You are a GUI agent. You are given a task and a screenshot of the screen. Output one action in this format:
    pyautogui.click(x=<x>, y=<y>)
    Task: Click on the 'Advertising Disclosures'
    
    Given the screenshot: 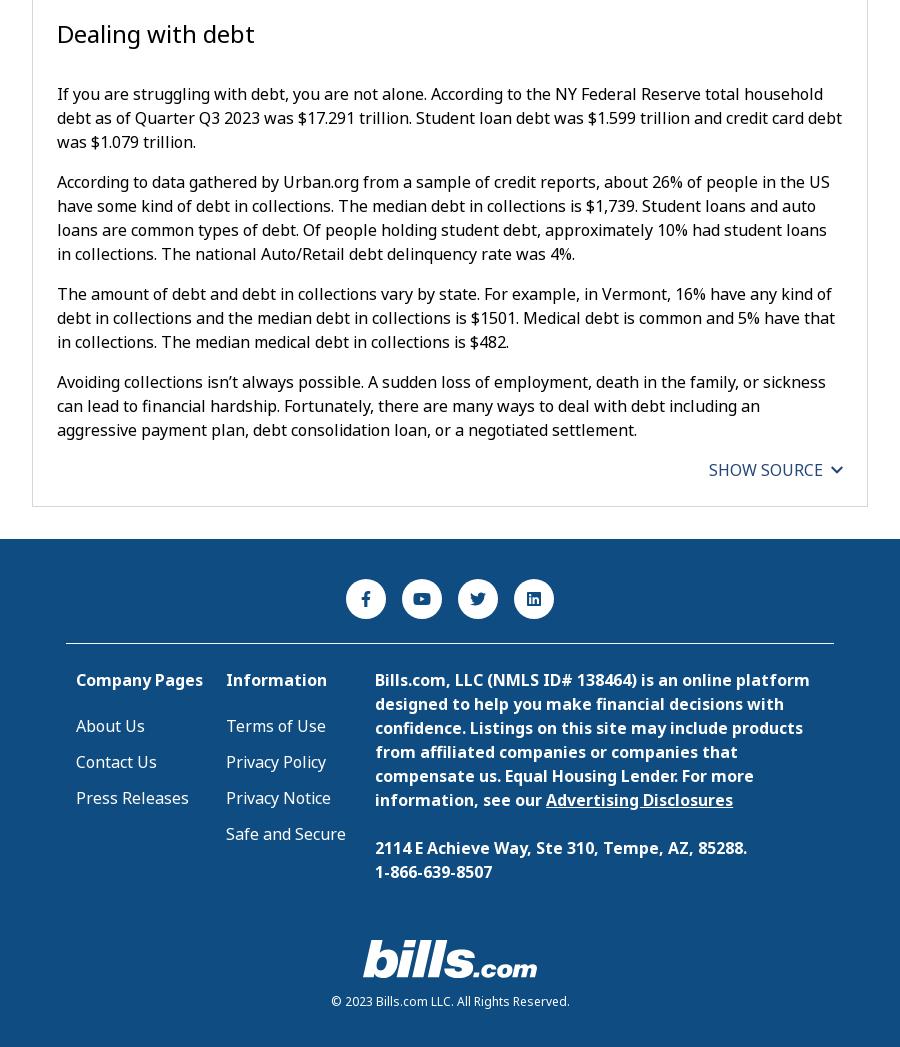 What is the action you would take?
    pyautogui.click(x=639, y=799)
    